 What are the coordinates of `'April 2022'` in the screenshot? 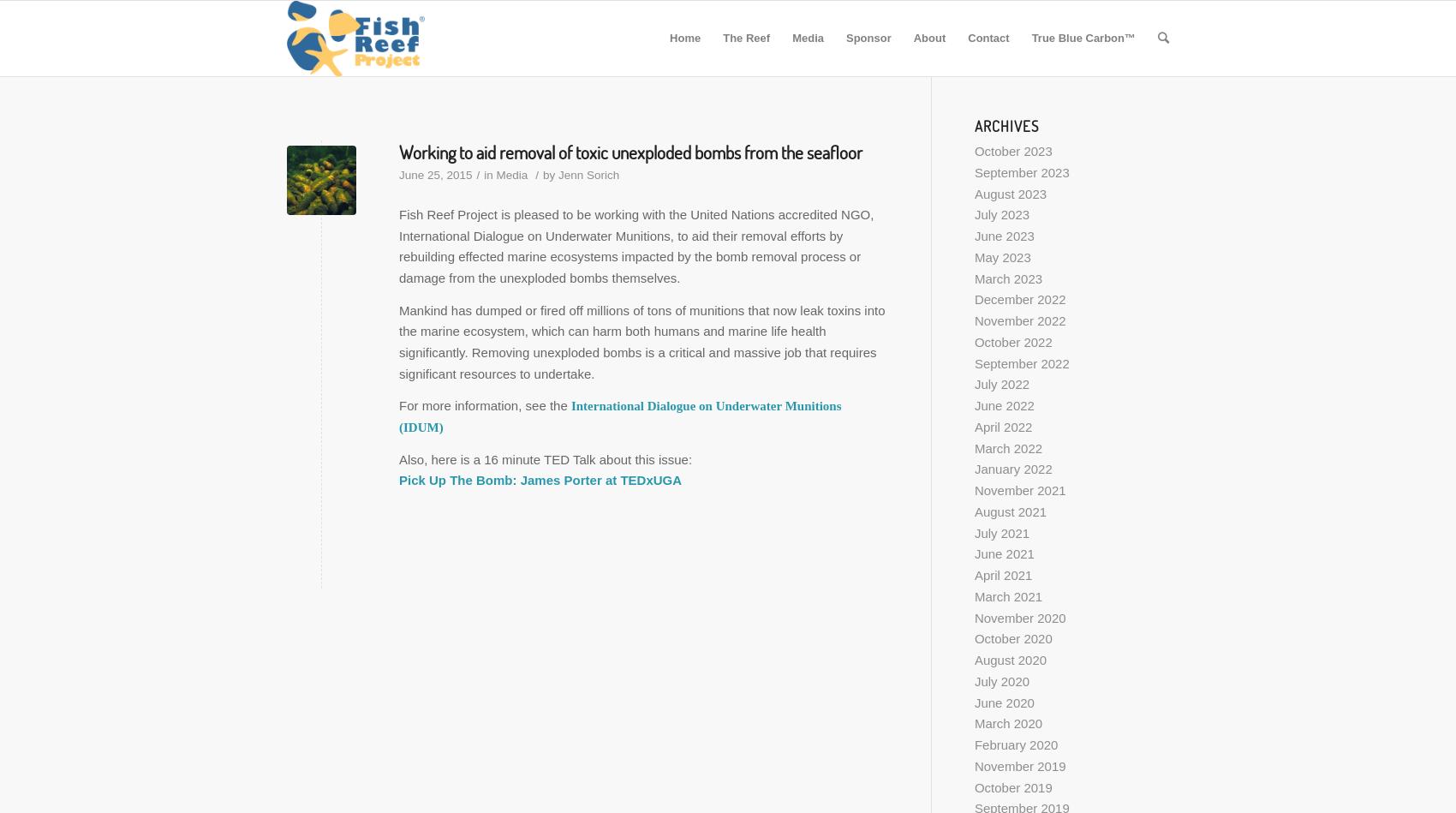 It's located at (1001, 425).